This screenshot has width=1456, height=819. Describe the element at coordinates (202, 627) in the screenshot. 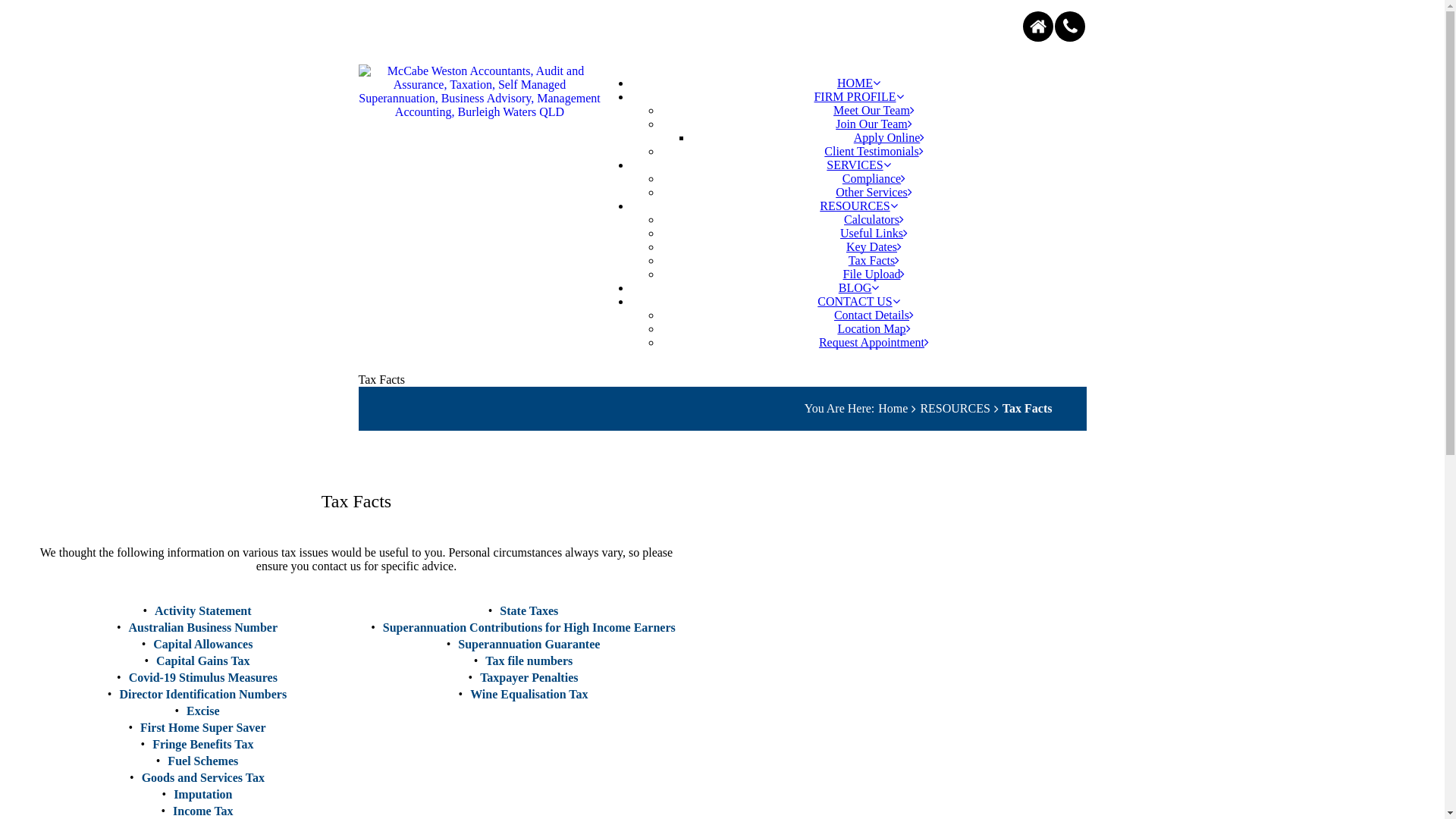

I see `'Australian Business Number'` at that location.